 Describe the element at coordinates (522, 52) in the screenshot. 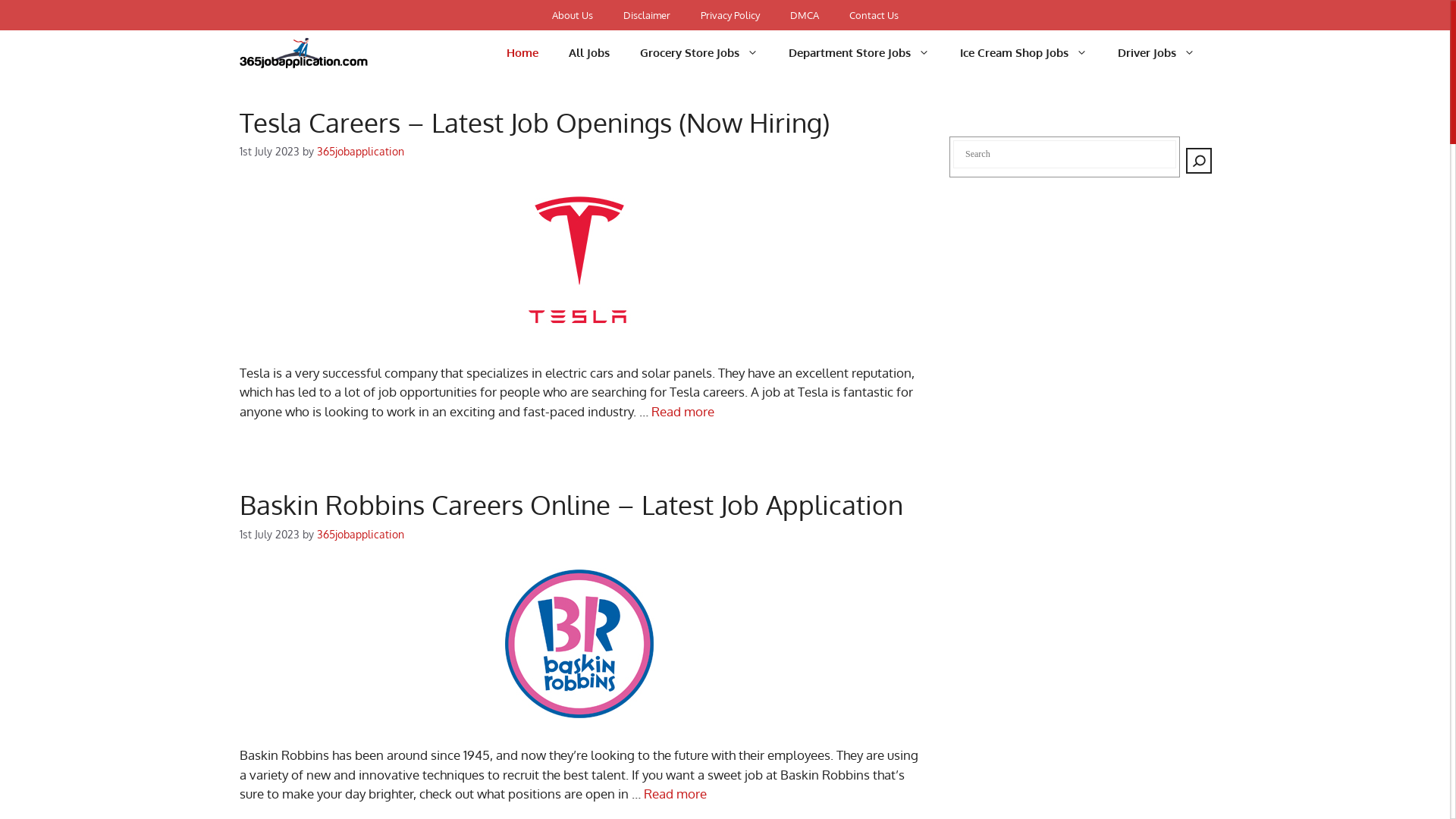

I see `'Home'` at that location.